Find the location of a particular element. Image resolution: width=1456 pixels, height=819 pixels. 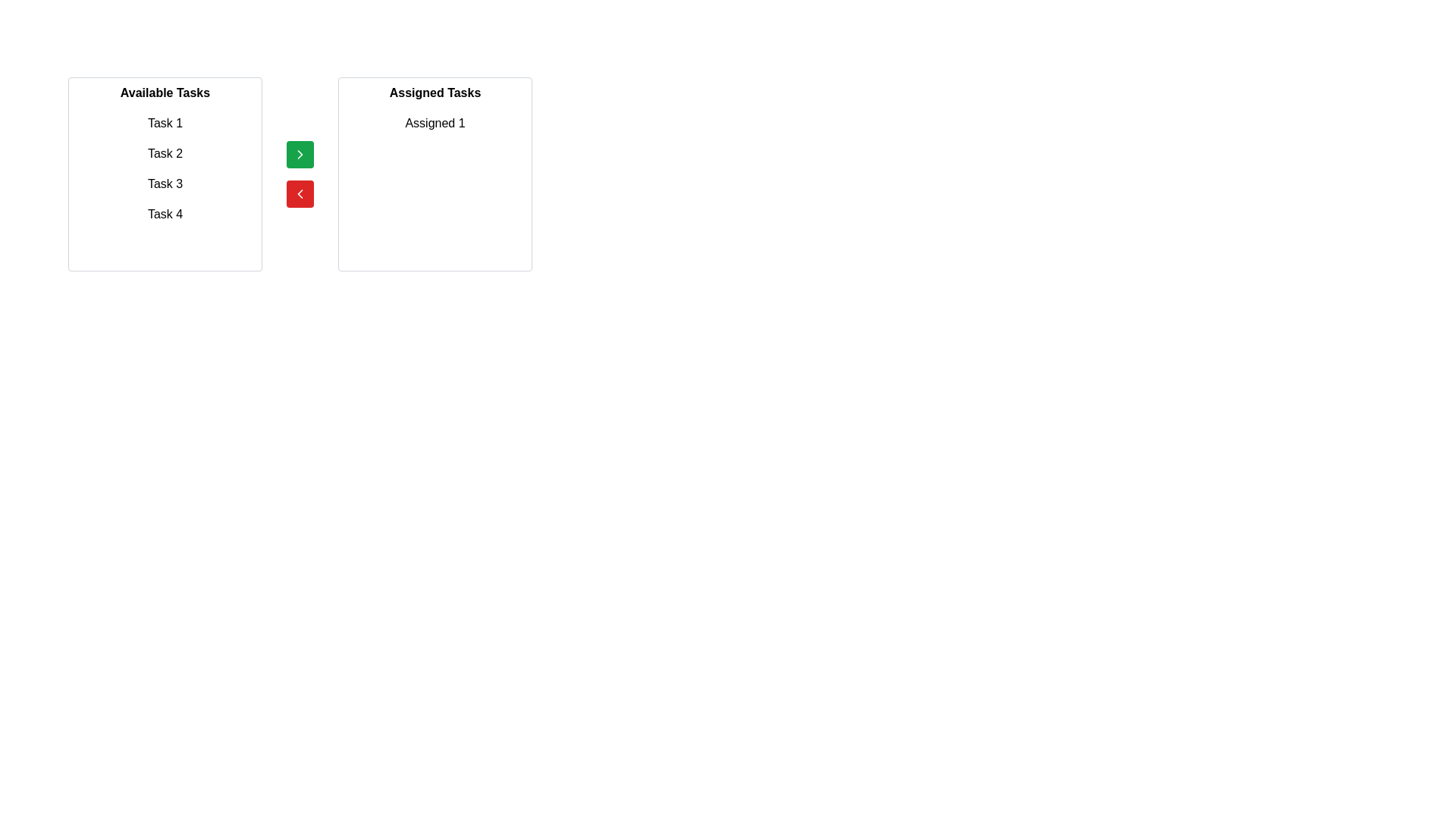

the Scrollable List containing items labeled 'Task 1' to 'Task 4' within the 'Available Tasks' box is located at coordinates (165, 186).